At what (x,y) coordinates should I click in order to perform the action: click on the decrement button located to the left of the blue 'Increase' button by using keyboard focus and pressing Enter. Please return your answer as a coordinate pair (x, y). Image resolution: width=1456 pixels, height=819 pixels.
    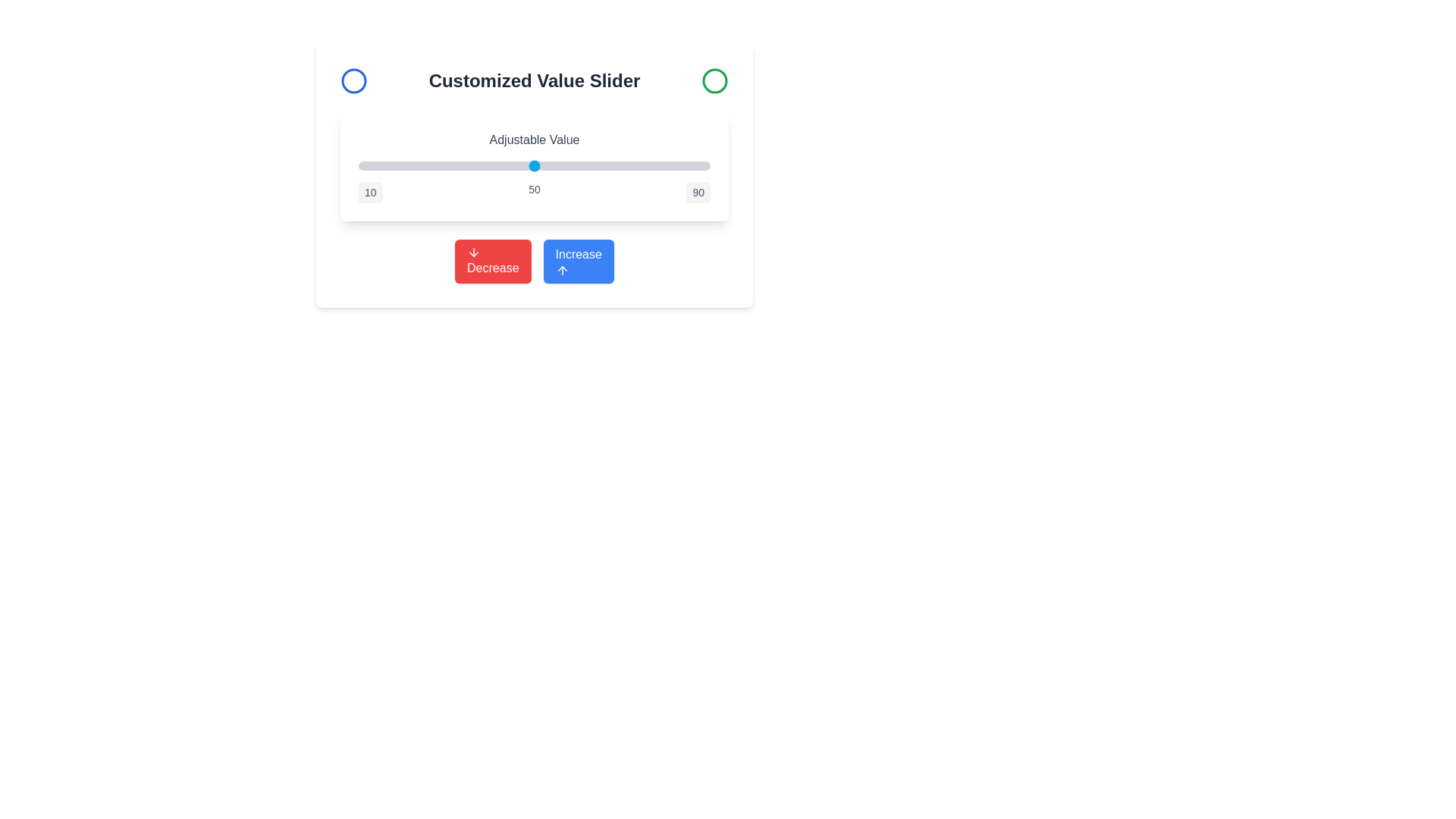
    Looking at the image, I should click on (493, 260).